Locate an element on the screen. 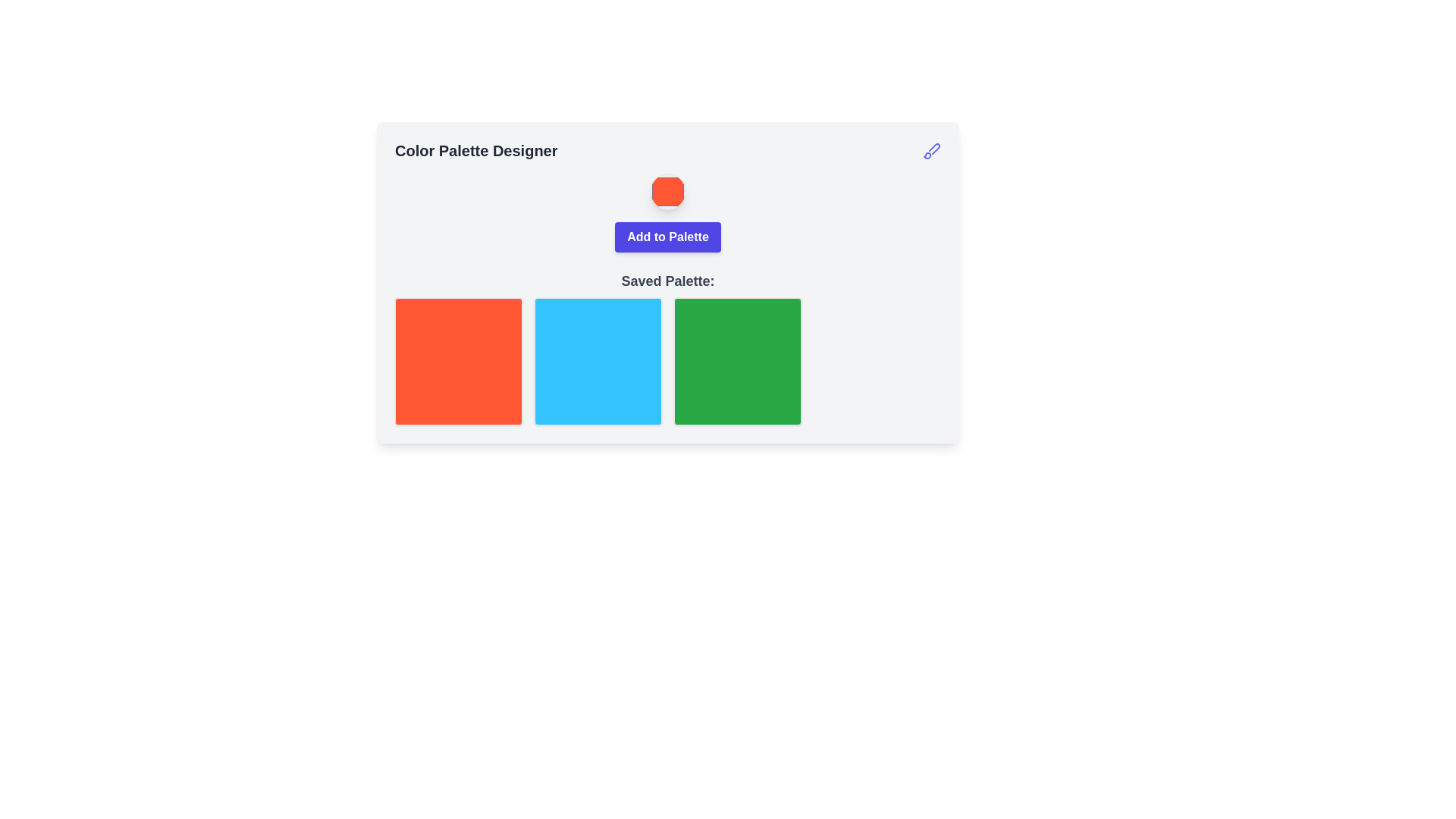 This screenshot has height=819, width=1456. text from the text label that displays 'Saved Palette:' located centrally below the 'Add to Palette' button and above the color grid is located at coordinates (667, 281).